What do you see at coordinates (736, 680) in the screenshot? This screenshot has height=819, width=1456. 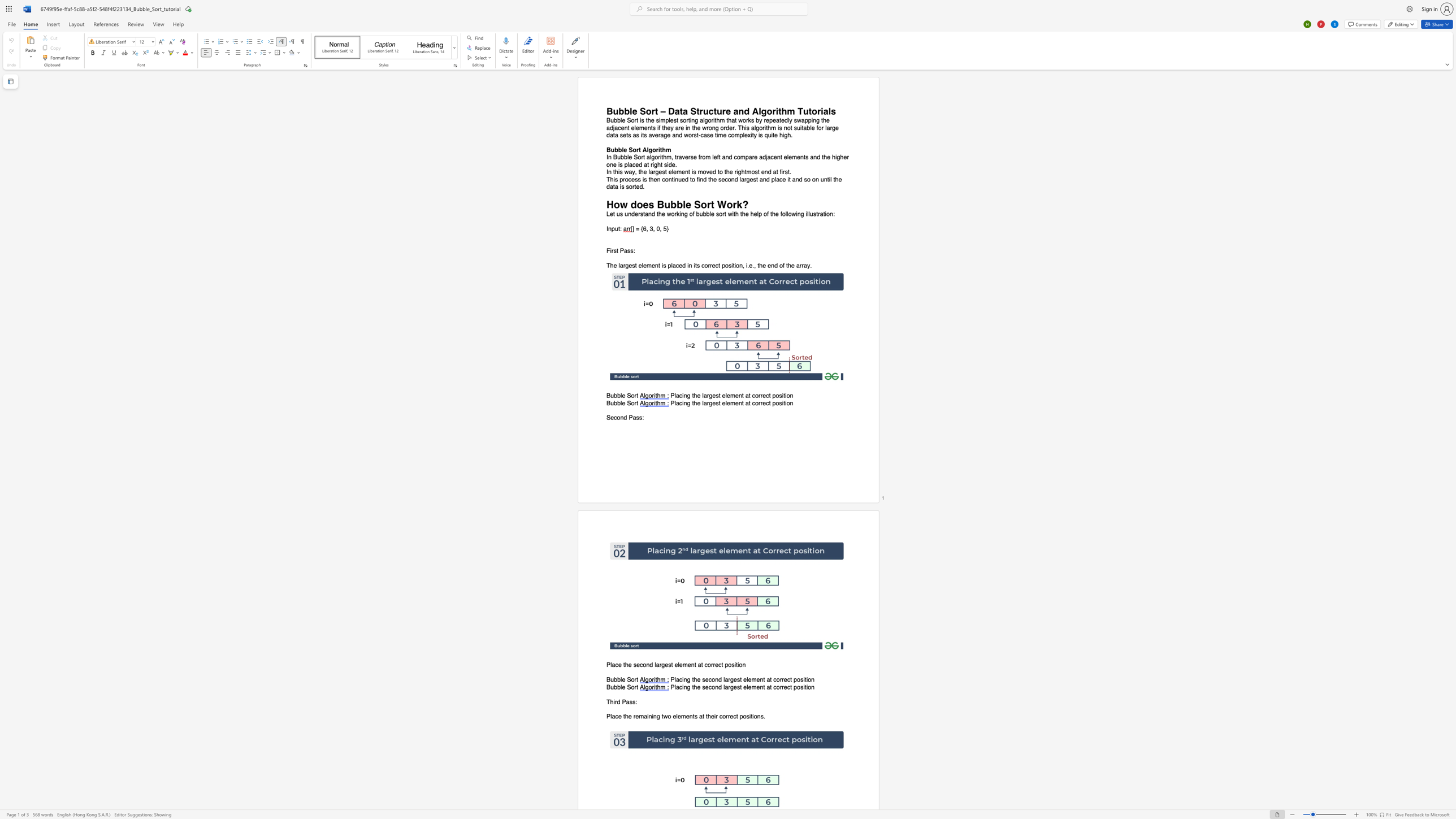 I see `the space between the continuous character "e" and "s" in the text` at bounding box center [736, 680].